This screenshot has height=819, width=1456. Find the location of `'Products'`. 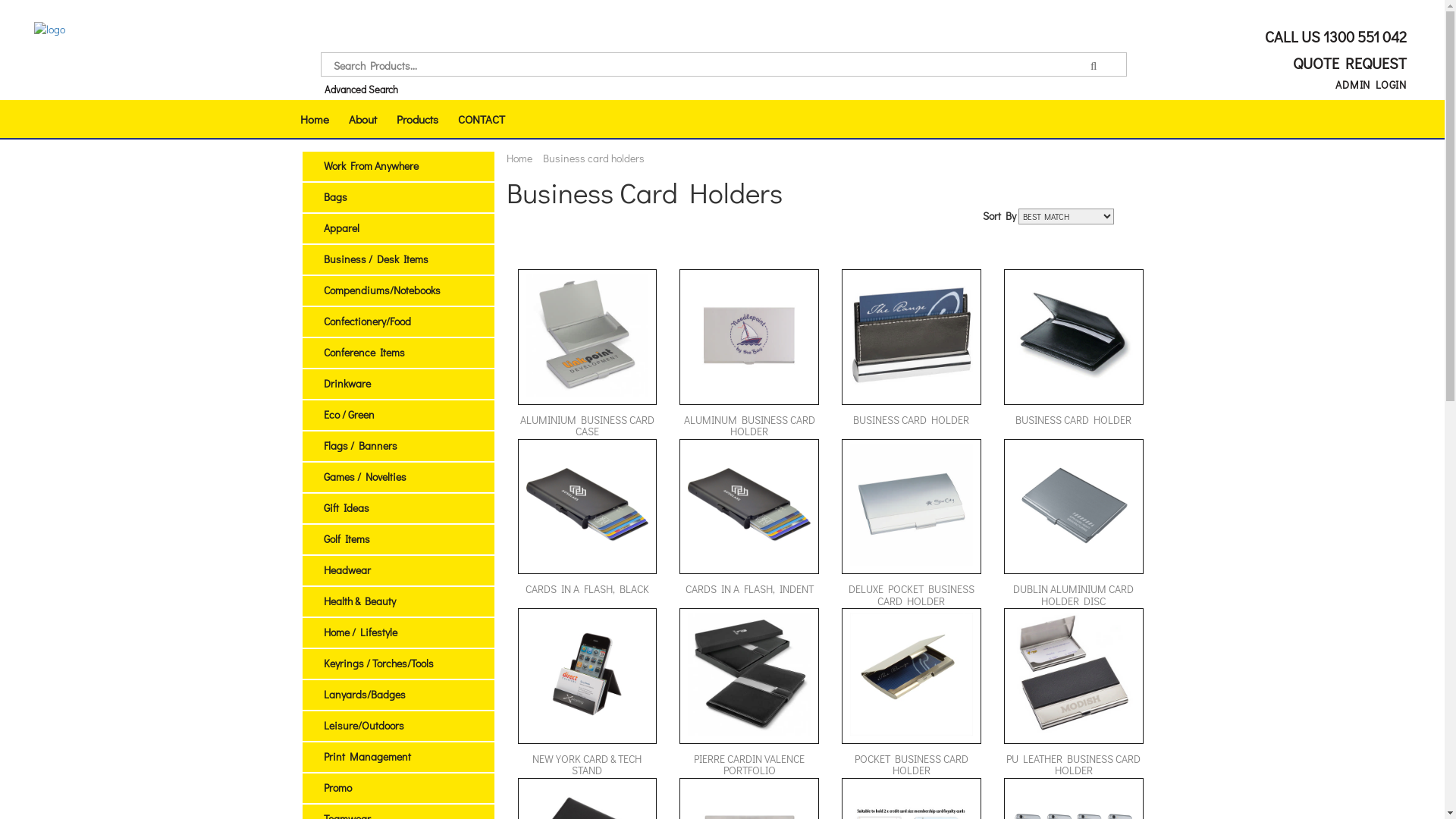

'Products' is located at coordinates (417, 118).